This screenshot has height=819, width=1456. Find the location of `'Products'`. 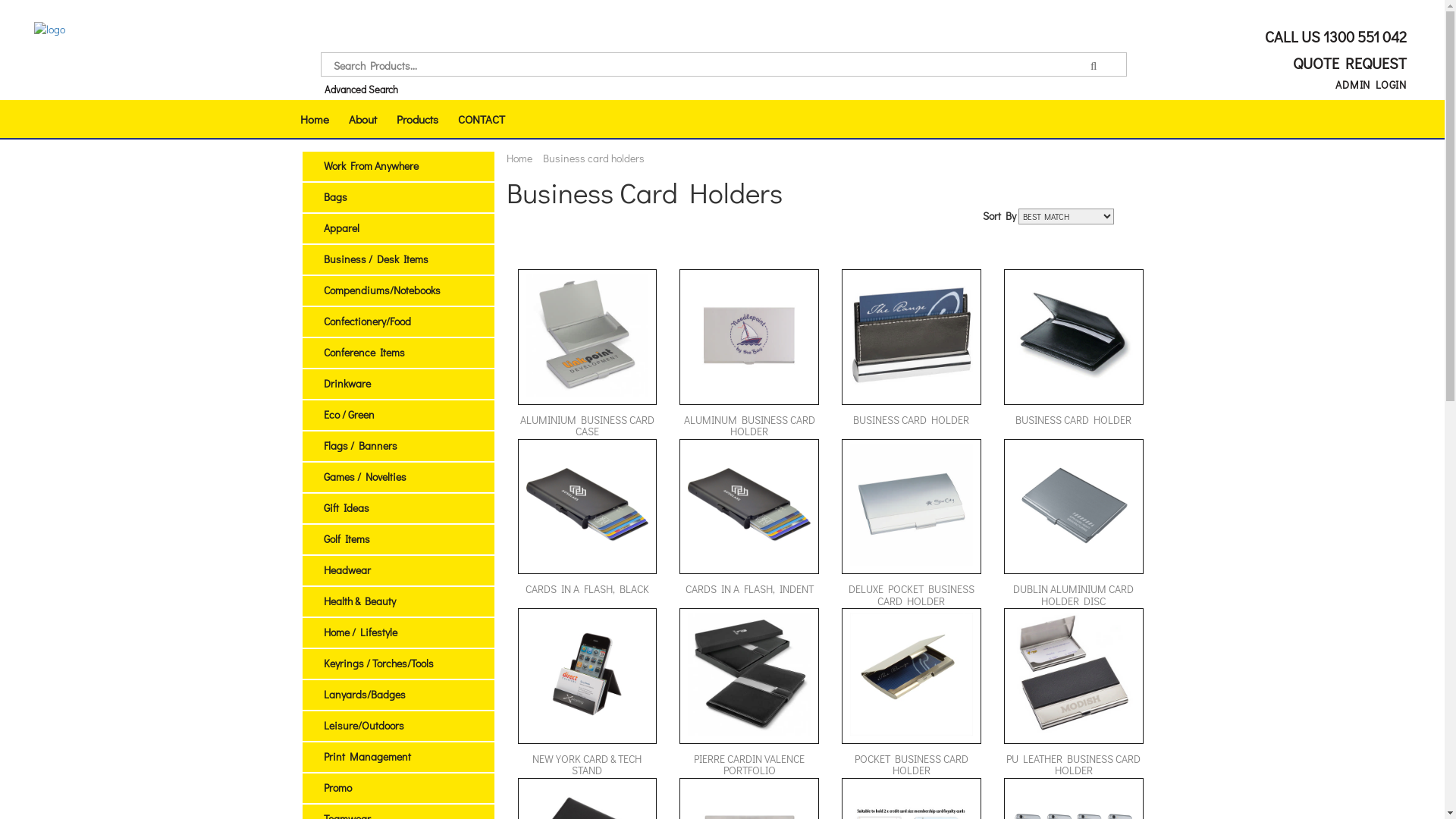

'Products' is located at coordinates (417, 118).